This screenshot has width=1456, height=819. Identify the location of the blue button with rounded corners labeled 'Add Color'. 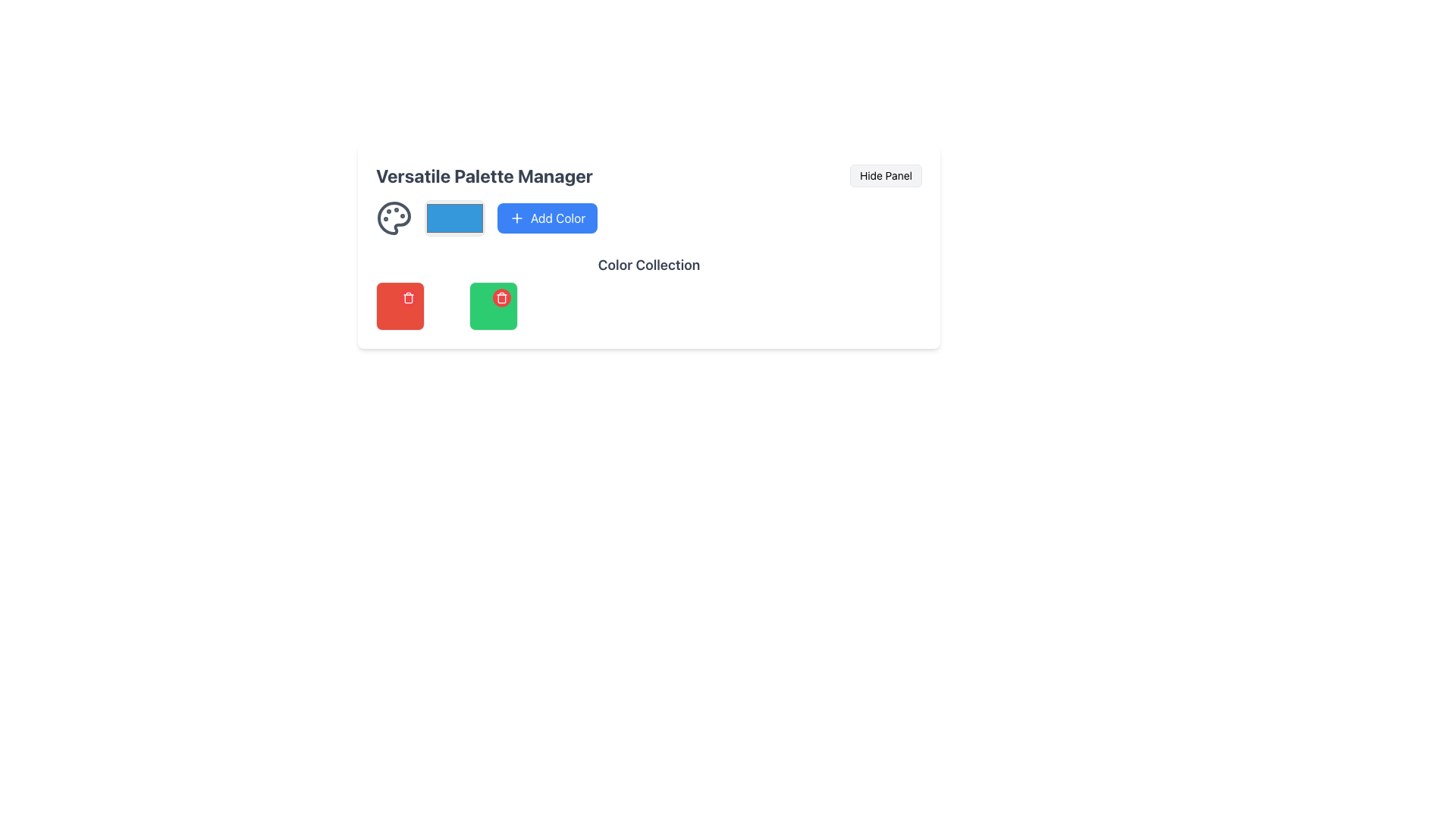
(546, 218).